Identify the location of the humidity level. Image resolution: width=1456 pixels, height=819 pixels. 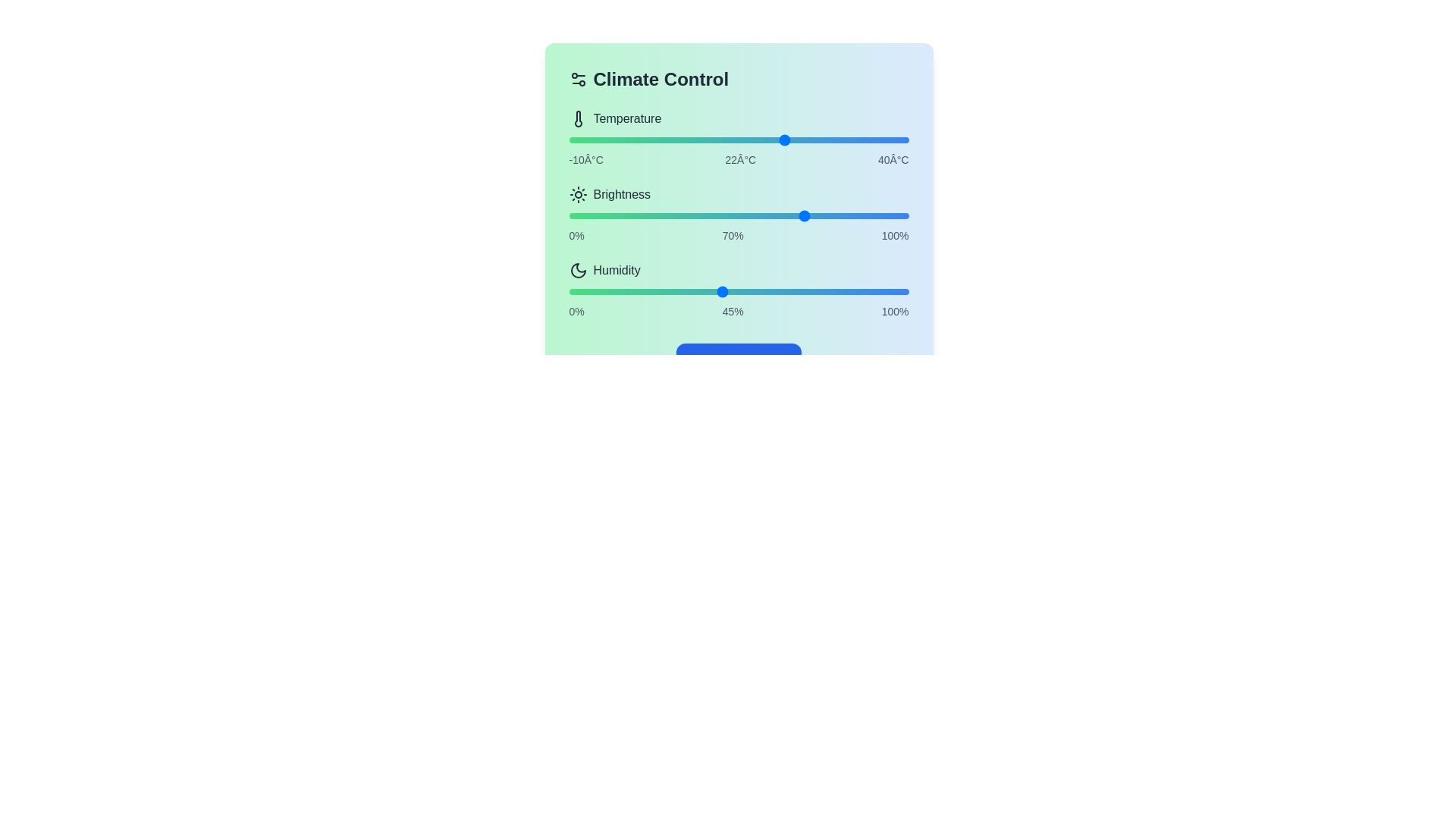
(711, 292).